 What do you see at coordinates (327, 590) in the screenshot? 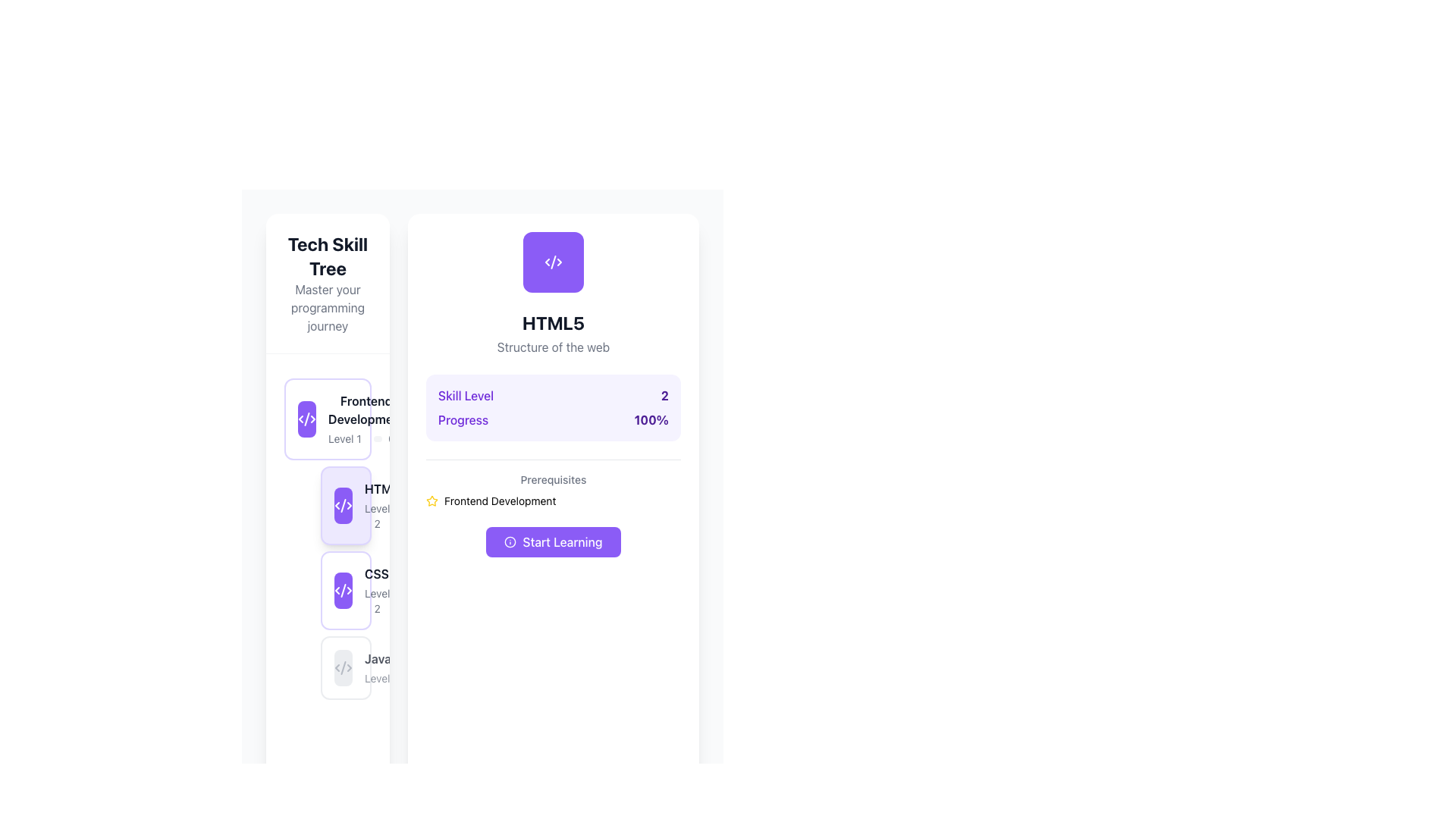
I see `the card with a violet border and coding symbol labeled 'CSS3 Level 2'` at bounding box center [327, 590].